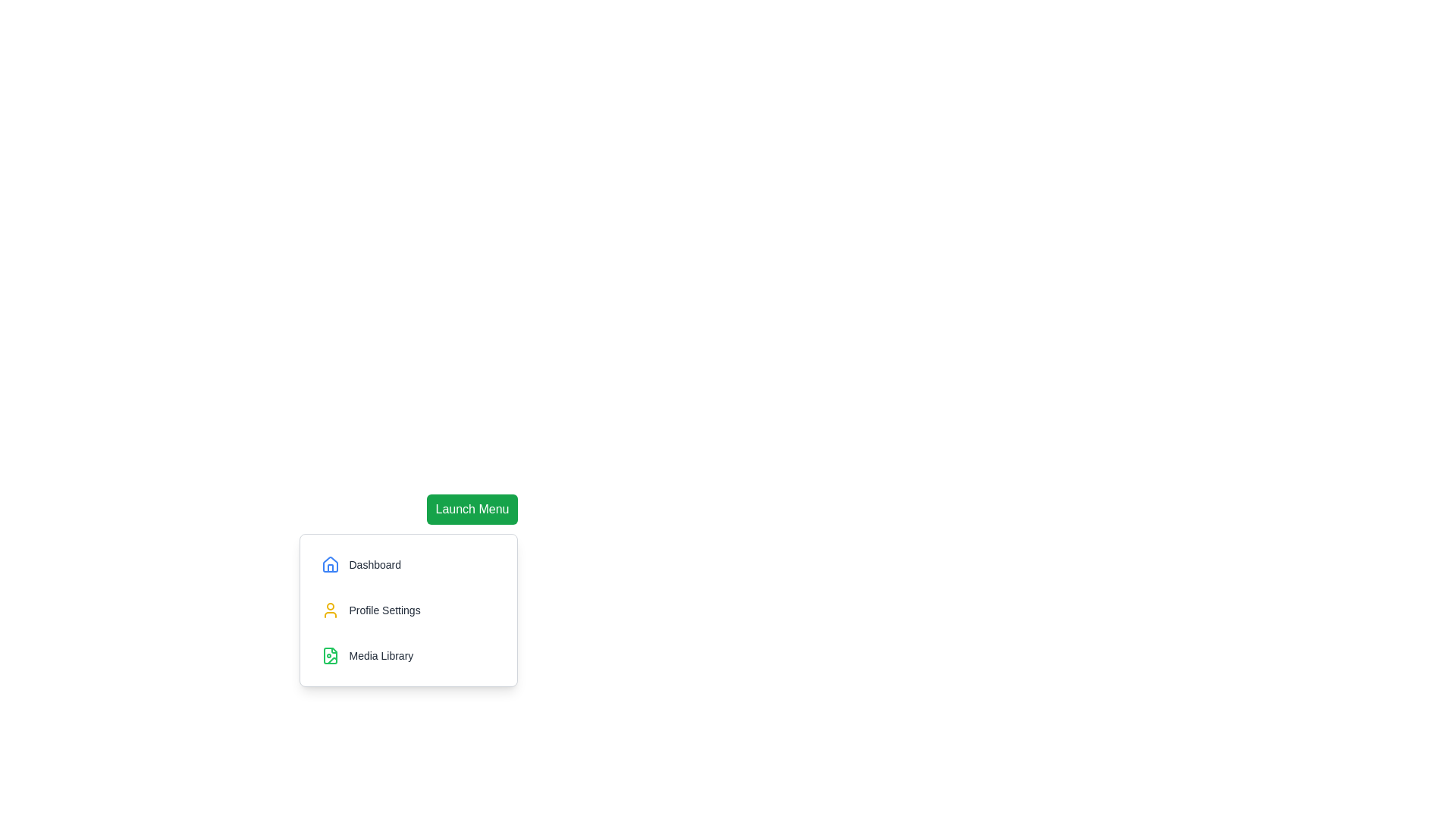 The width and height of the screenshot is (1456, 819). Describe the element at coordinates (330, 564) in the screenshot. I see `the house icon styled with text-blue-500 color, located to the left of the 'Dashboard' text in the menu` at that location.